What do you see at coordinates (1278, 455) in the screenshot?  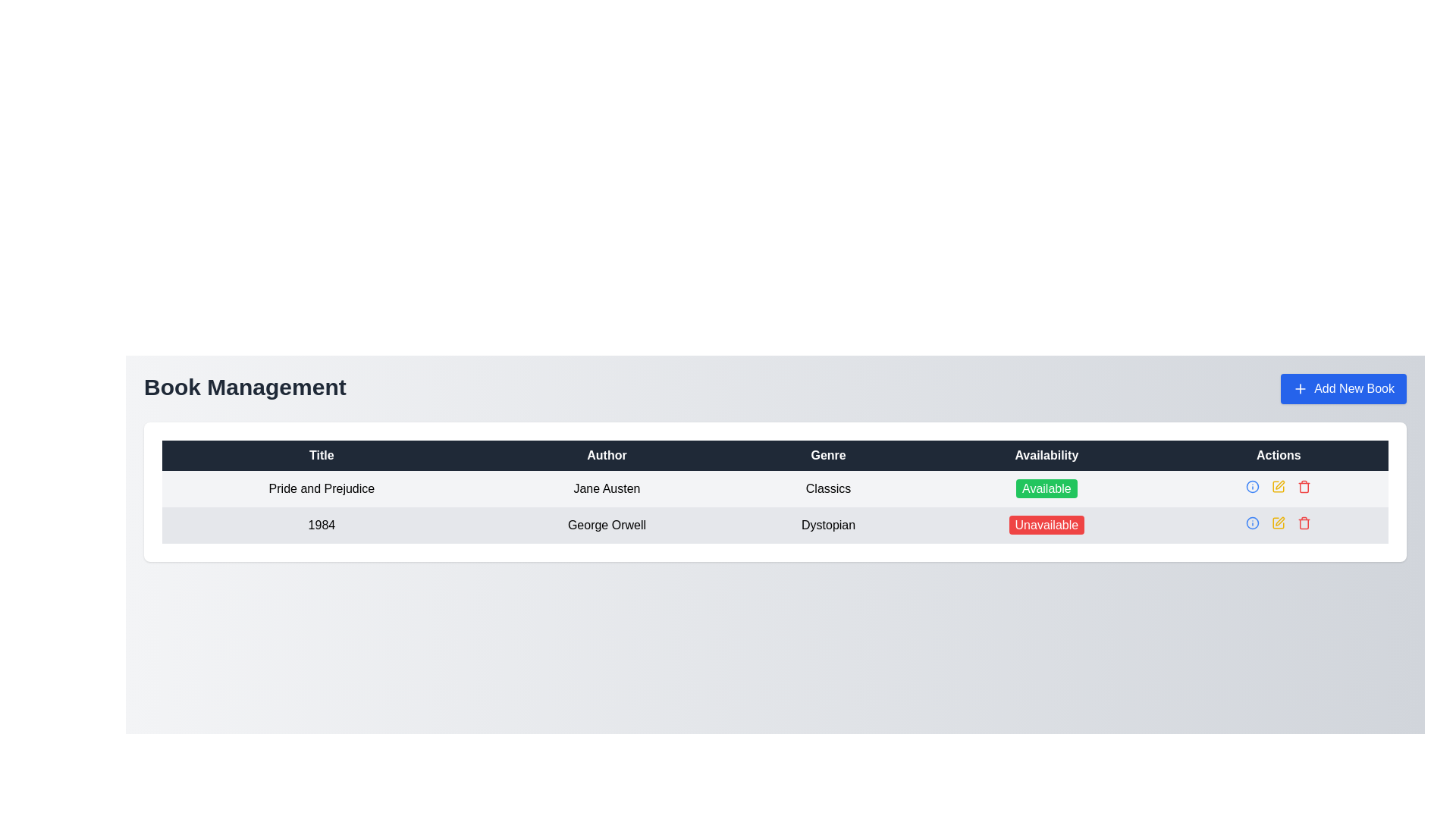 I see `the 'Actions' table header cell, which is styled in white text on a dark navy blue background, located in the last column of the header row of the table` at bounding box center [1278, 455].